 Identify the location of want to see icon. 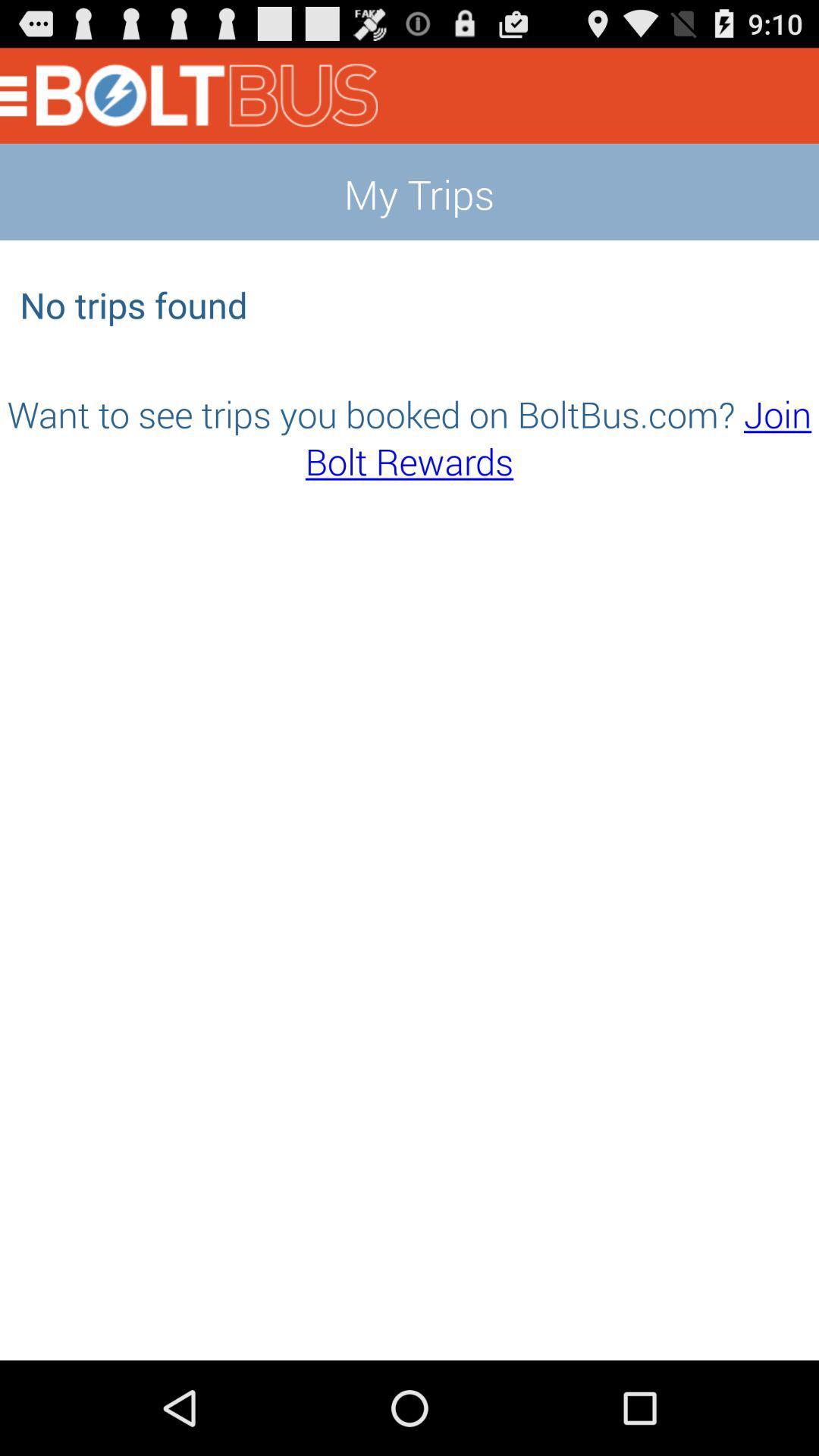
(409, 436).